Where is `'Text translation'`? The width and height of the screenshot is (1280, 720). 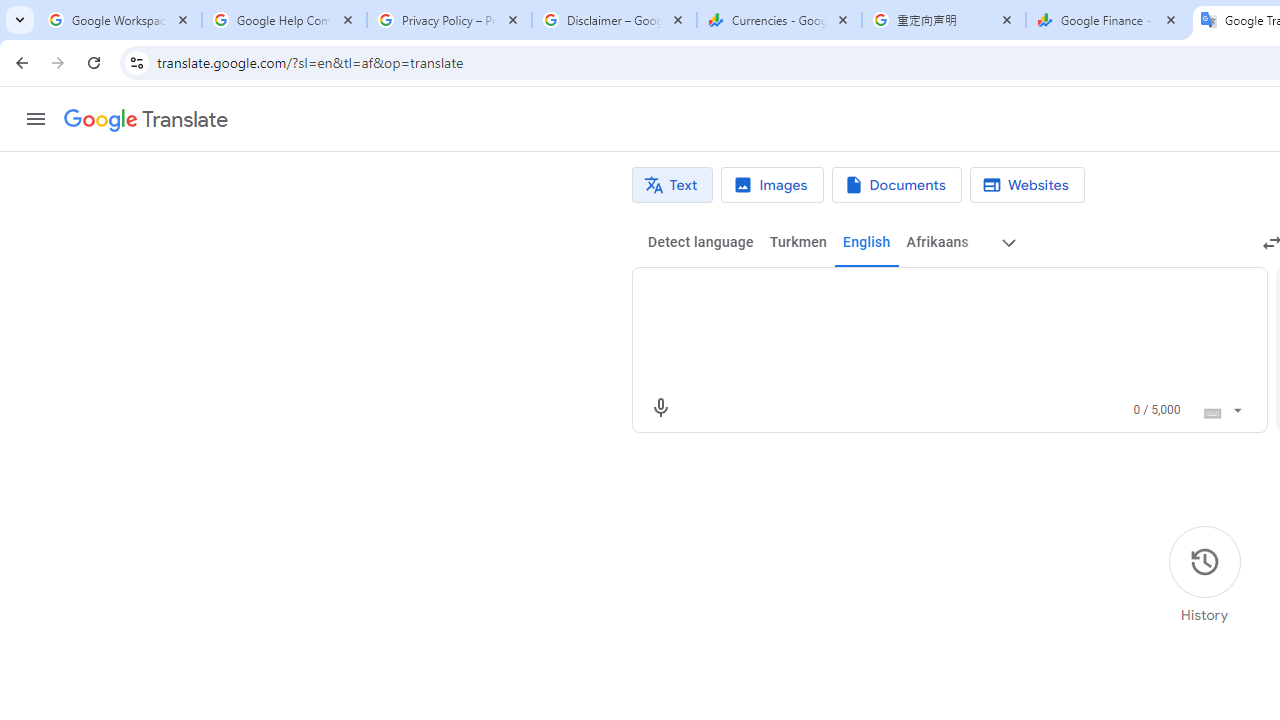 'Text translation' is located at coordinates (672, 185).